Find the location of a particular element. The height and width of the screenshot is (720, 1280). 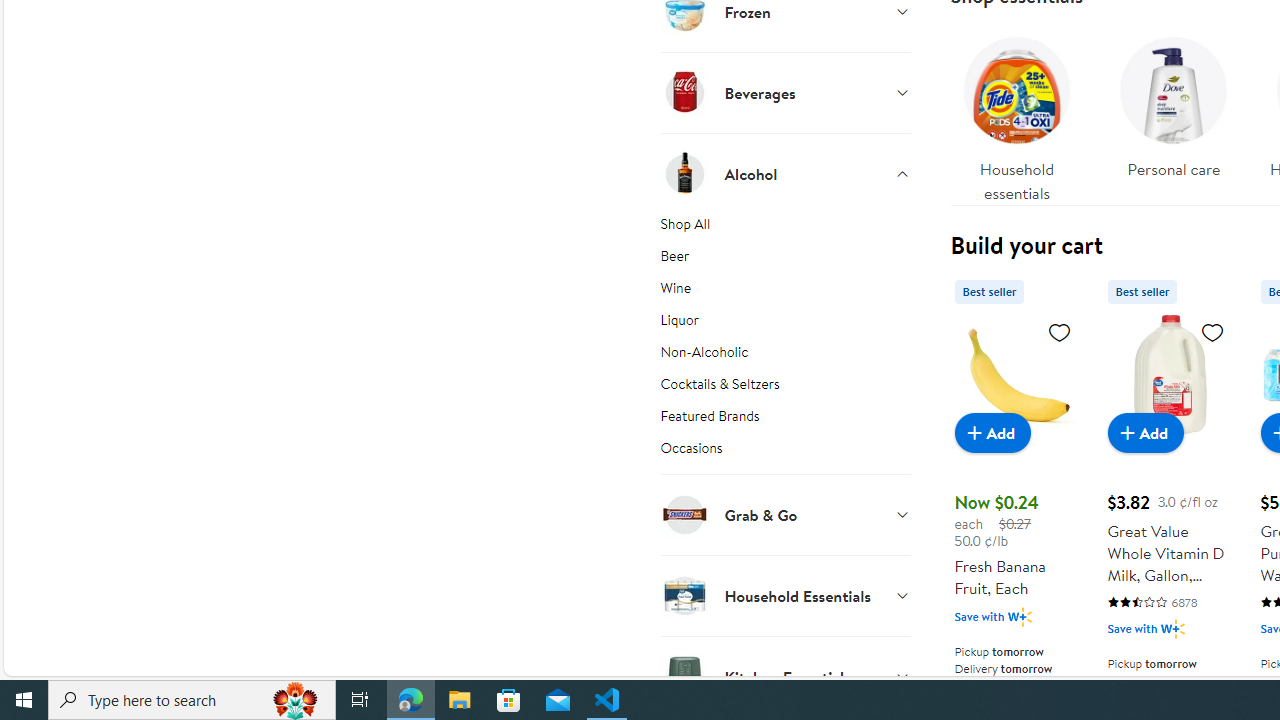

'Household Essentials' is located at coordinates (784, 594).